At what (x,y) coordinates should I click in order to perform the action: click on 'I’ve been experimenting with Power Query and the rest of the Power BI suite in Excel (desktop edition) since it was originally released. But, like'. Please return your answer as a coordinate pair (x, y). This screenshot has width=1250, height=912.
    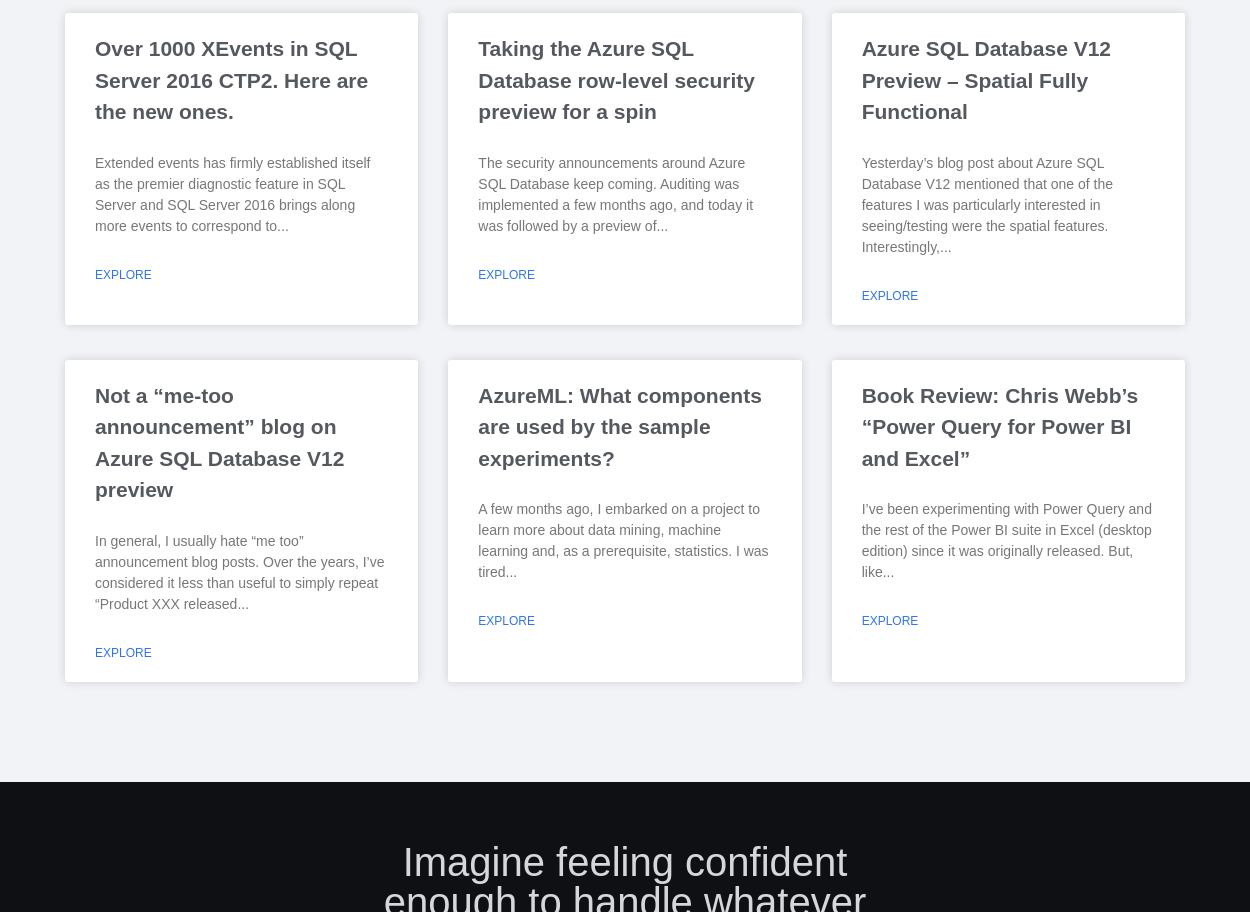
    Looking at the image, I should click on (1006, 540).